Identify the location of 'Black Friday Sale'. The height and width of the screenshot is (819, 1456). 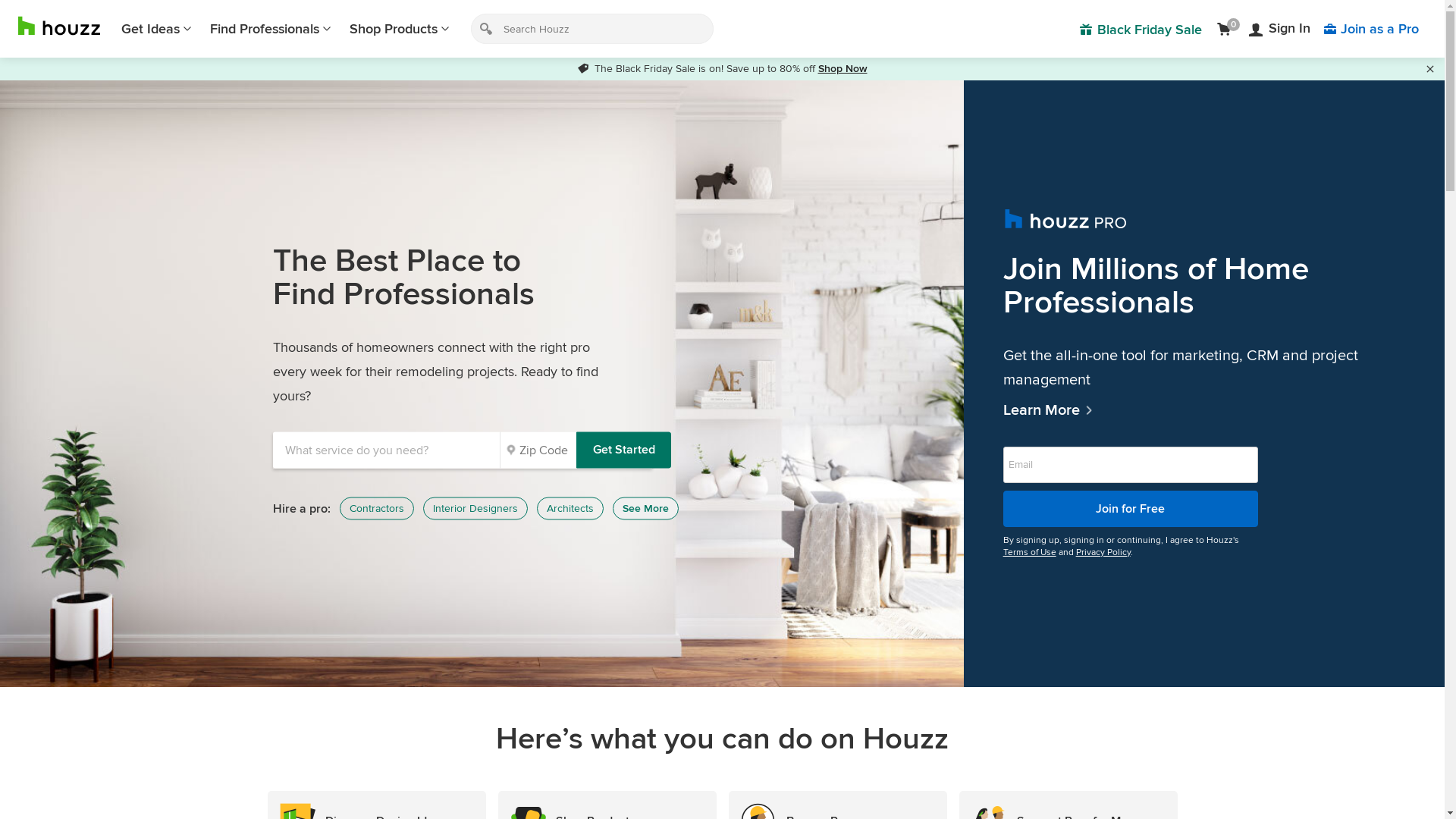
(1140, 29).